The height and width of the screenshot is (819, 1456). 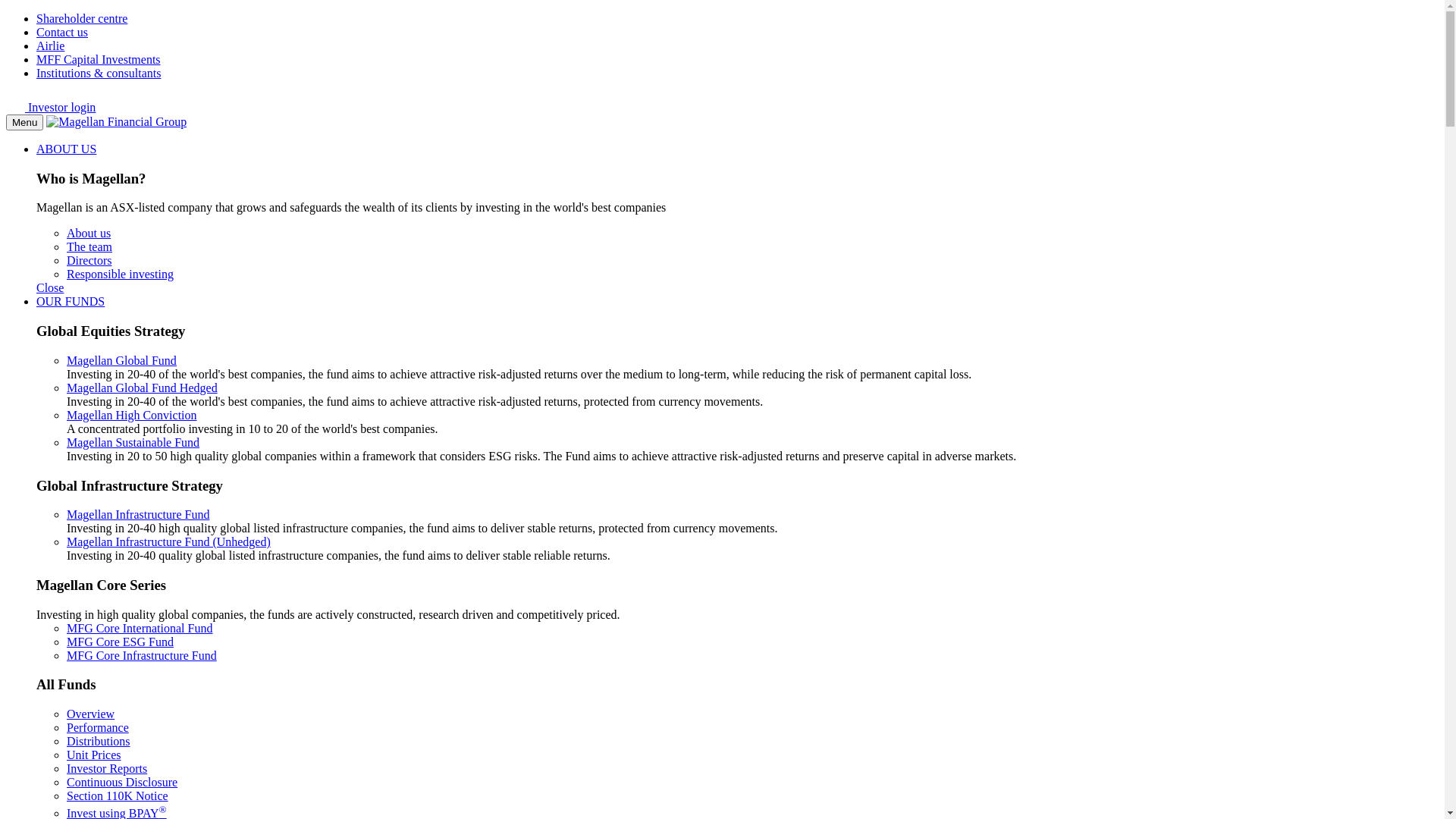 I want to click on 'Magellan Sustainable Fund', so click(x=133, y=442).